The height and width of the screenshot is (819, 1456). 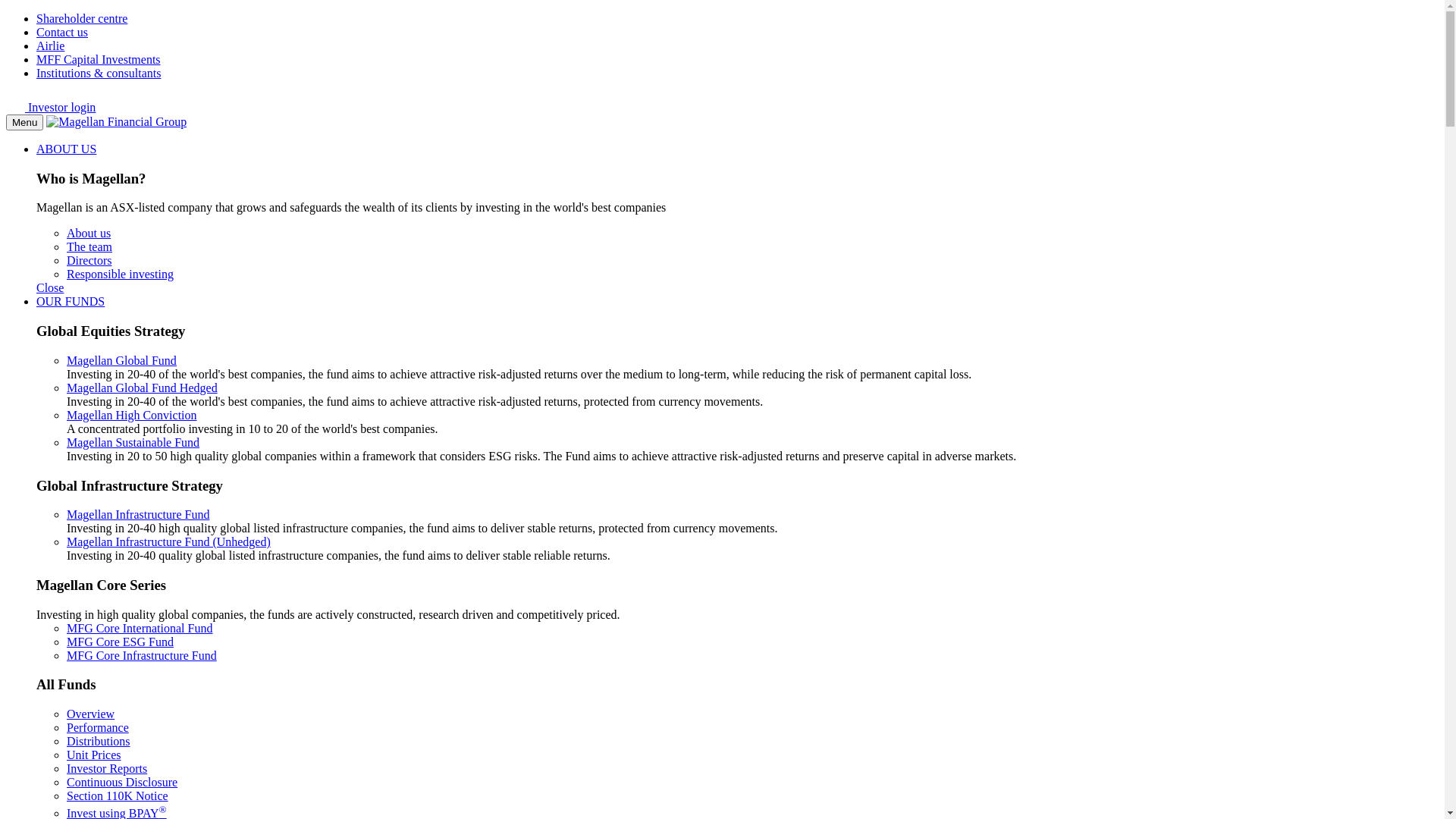 I want to click on 'Magellan Sustainable Fund', so click(x=133, y=442).